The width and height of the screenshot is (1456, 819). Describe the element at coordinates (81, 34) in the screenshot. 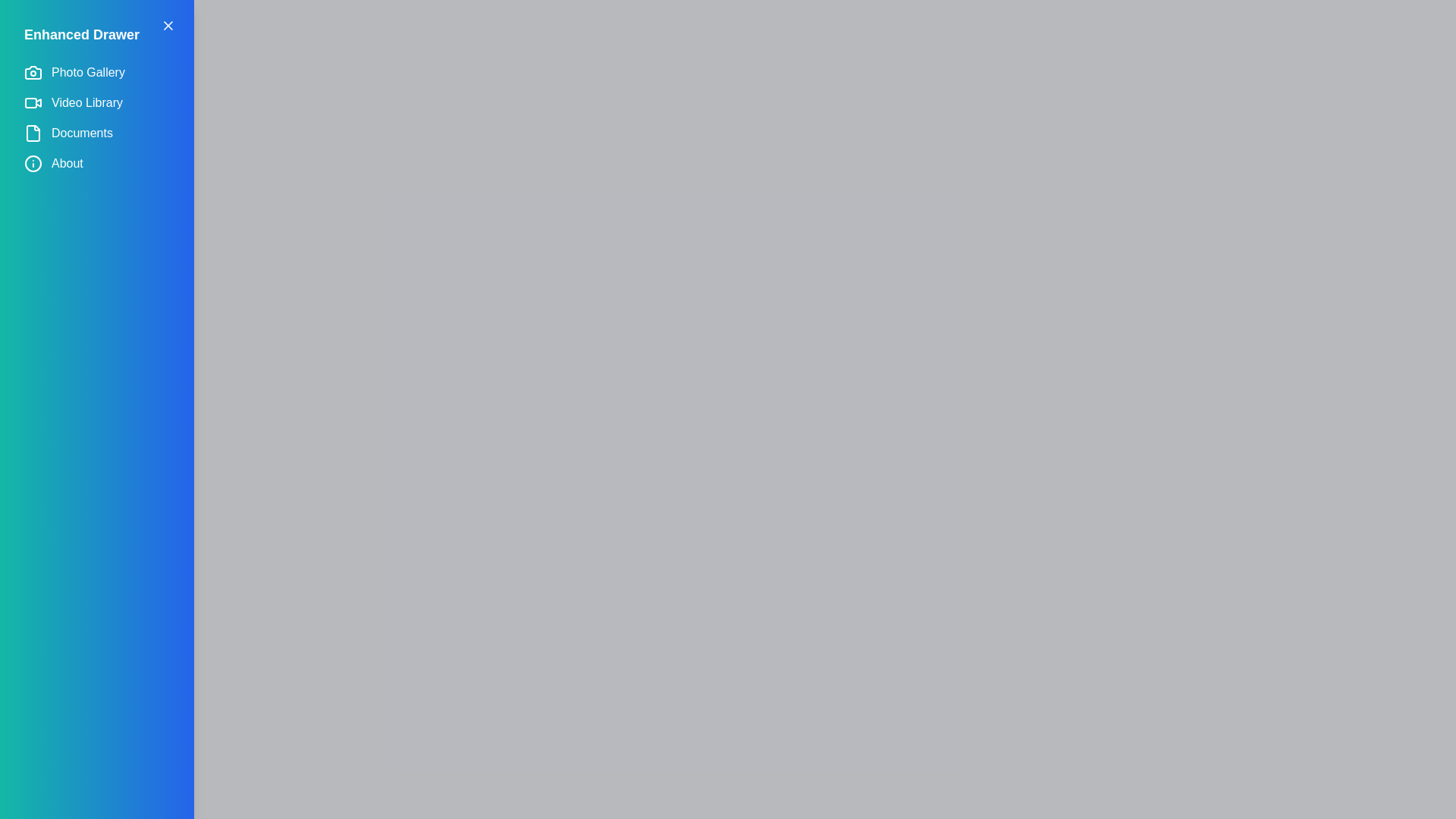

I see `the heading text in the left-side navigation drawer` at that location.